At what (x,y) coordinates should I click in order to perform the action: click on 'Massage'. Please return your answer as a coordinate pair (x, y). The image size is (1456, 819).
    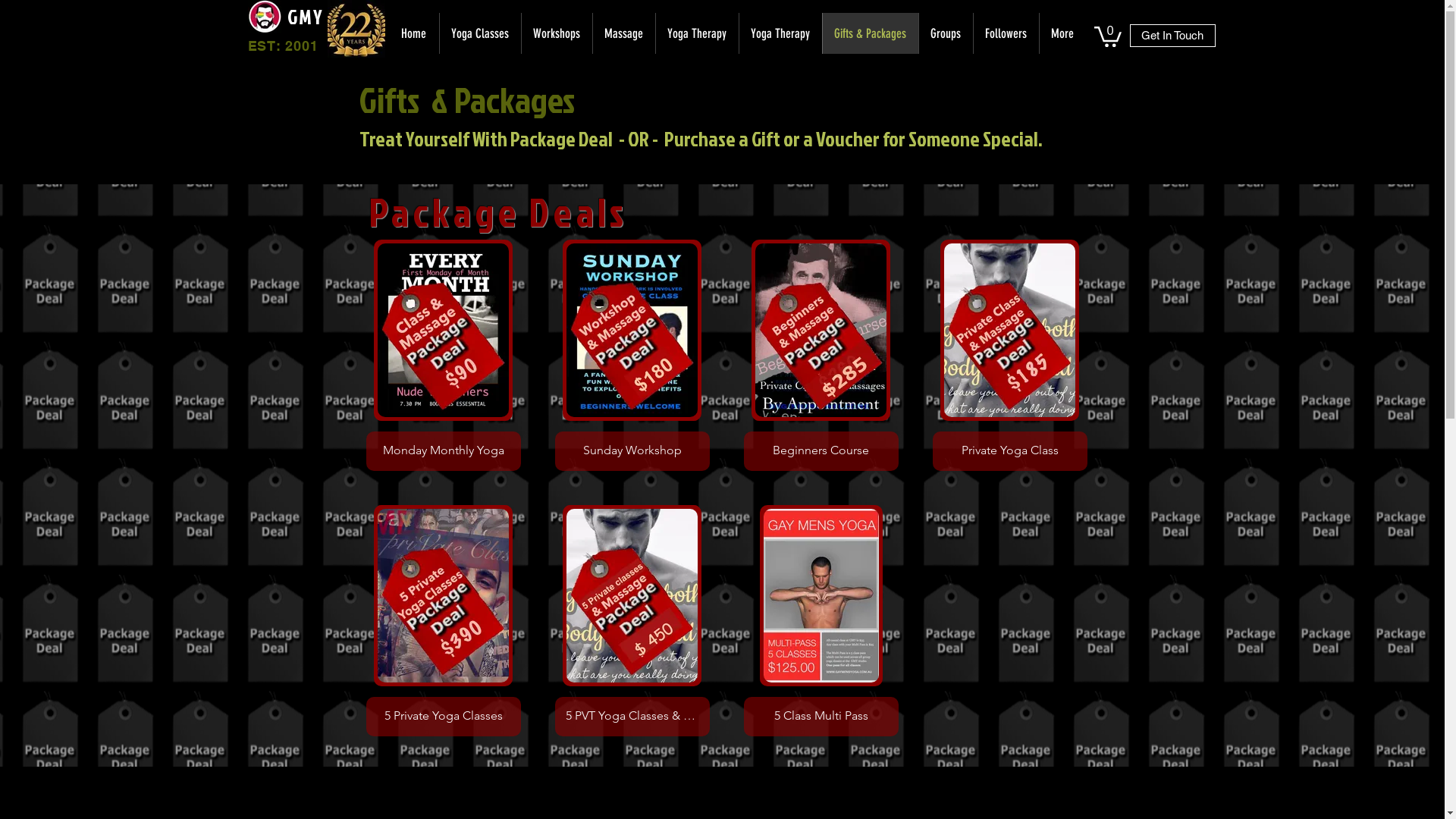
    Looking at the image, I should click on (623, 33).